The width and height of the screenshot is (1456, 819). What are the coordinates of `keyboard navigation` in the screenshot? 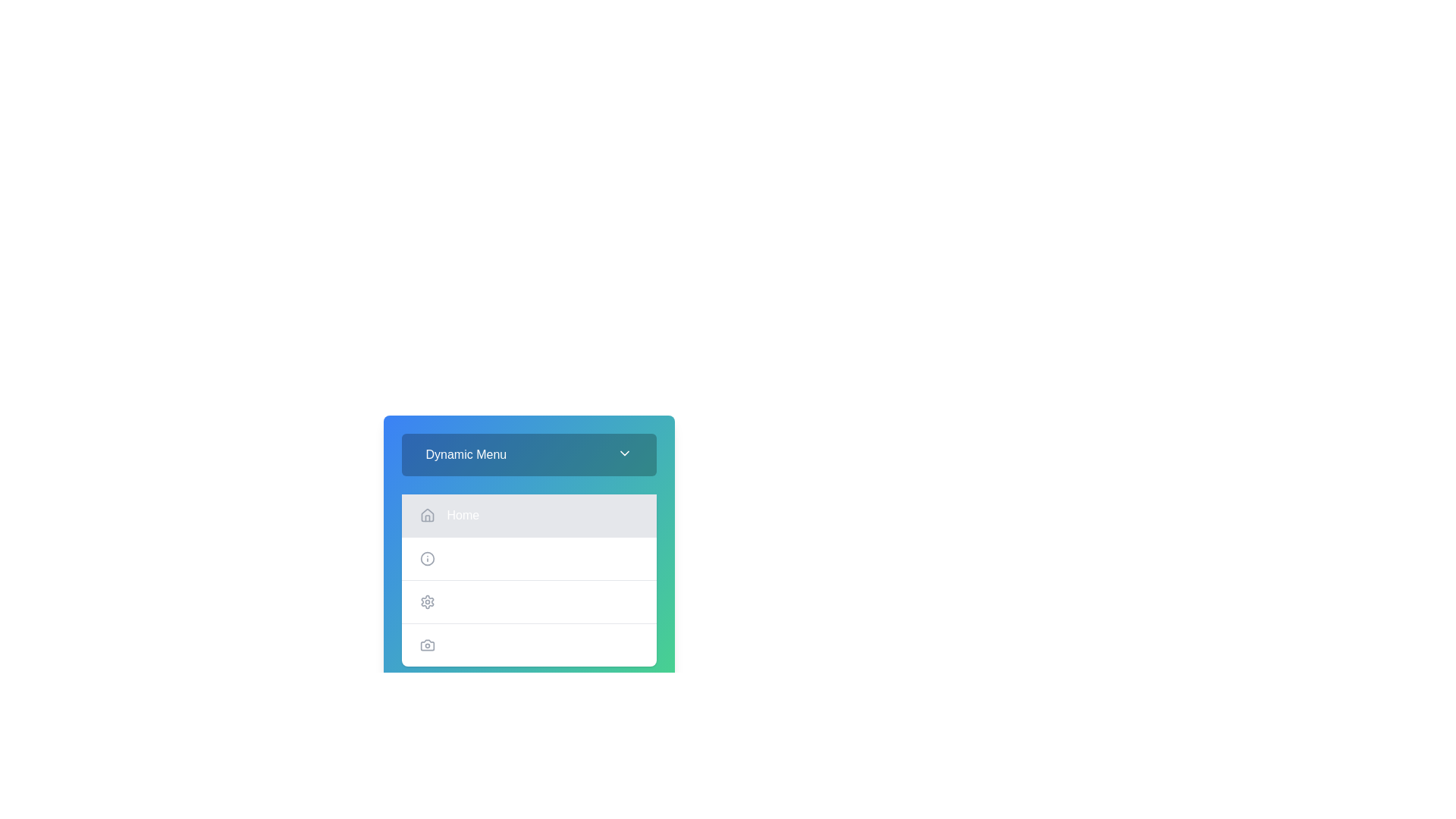 It's located at (529, 595).